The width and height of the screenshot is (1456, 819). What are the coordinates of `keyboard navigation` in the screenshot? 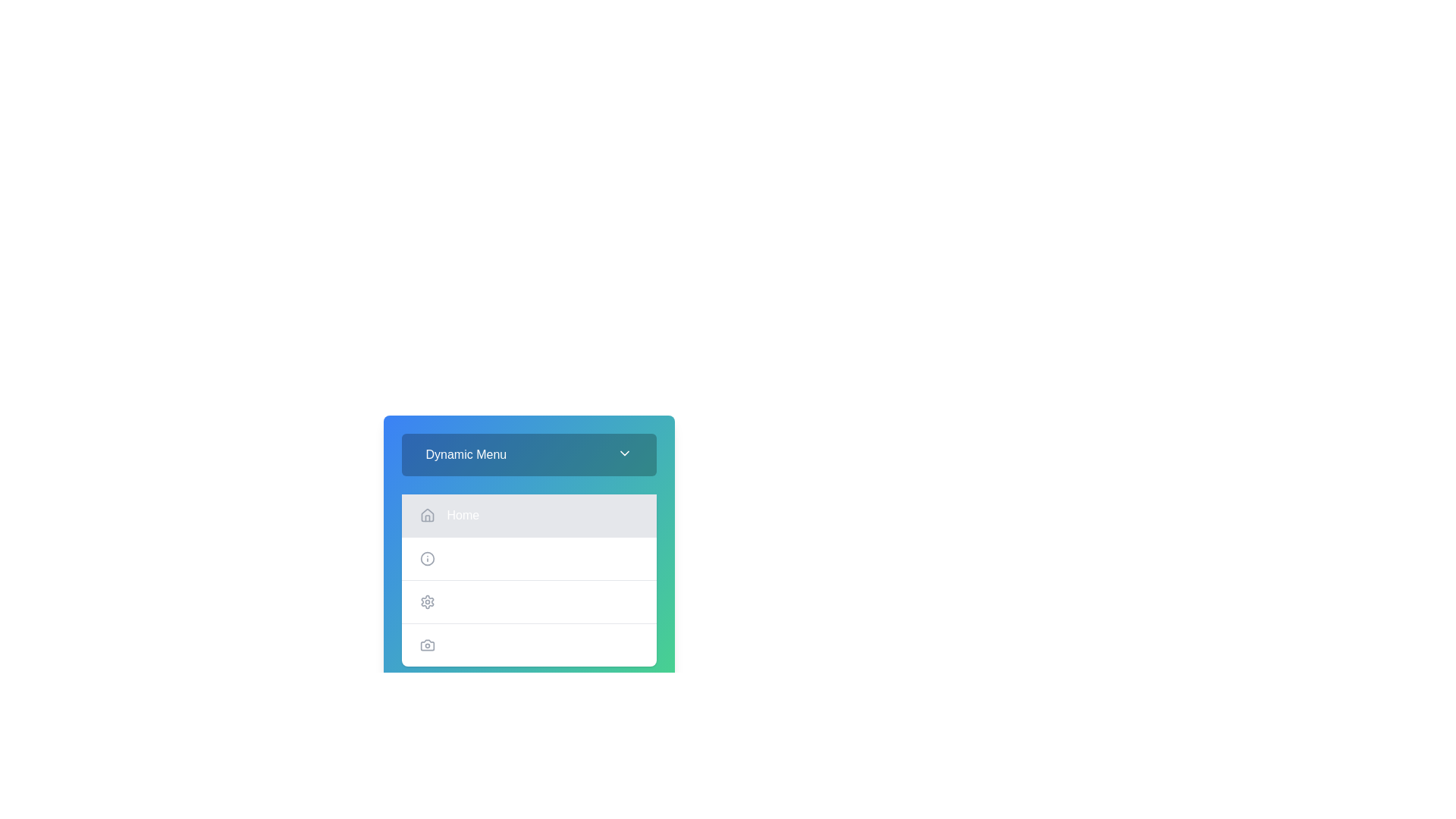 It's located at (529, 595).